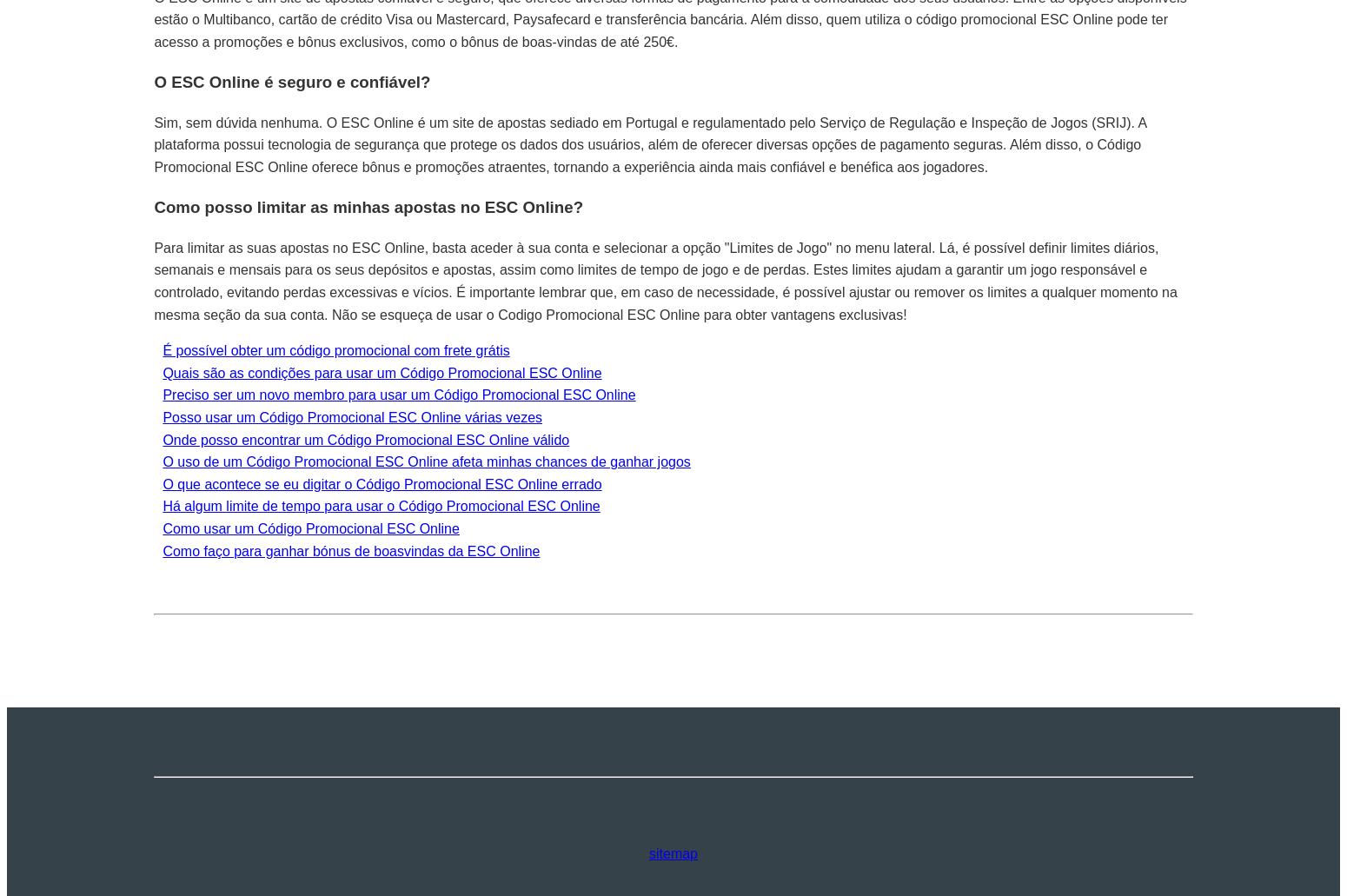 The image size is (1347, 896). What do you see at coordinates (382, 482) in the screenshot?
I see `'O que acontece se eu digitar o Código Promocional ESC Online errado'` at bounding box center [382, 482].